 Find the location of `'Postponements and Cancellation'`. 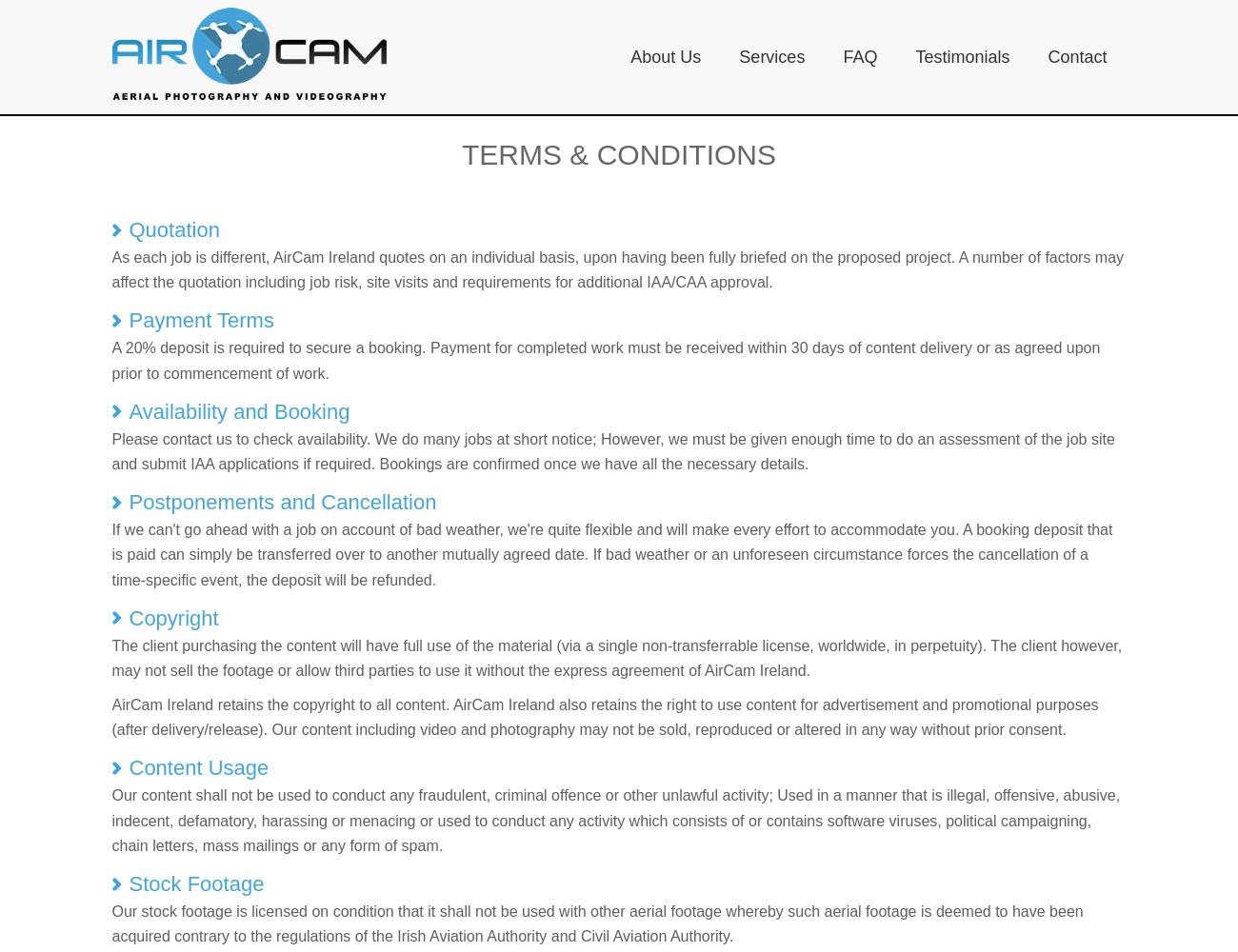

'Postponements and Cancellation' is located at coordinates (127, 502).